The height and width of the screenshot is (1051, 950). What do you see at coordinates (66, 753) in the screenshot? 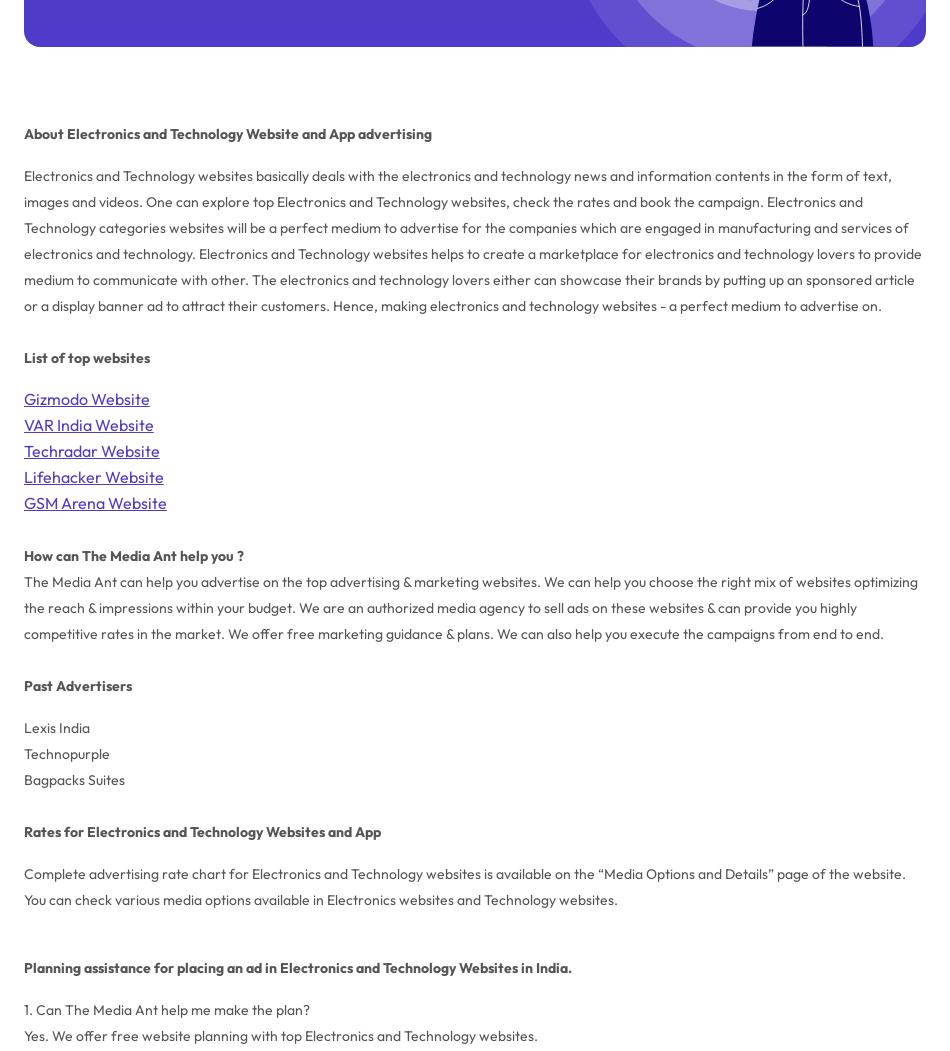
I see `'Technopurple'` at bounding box center [66, 753].